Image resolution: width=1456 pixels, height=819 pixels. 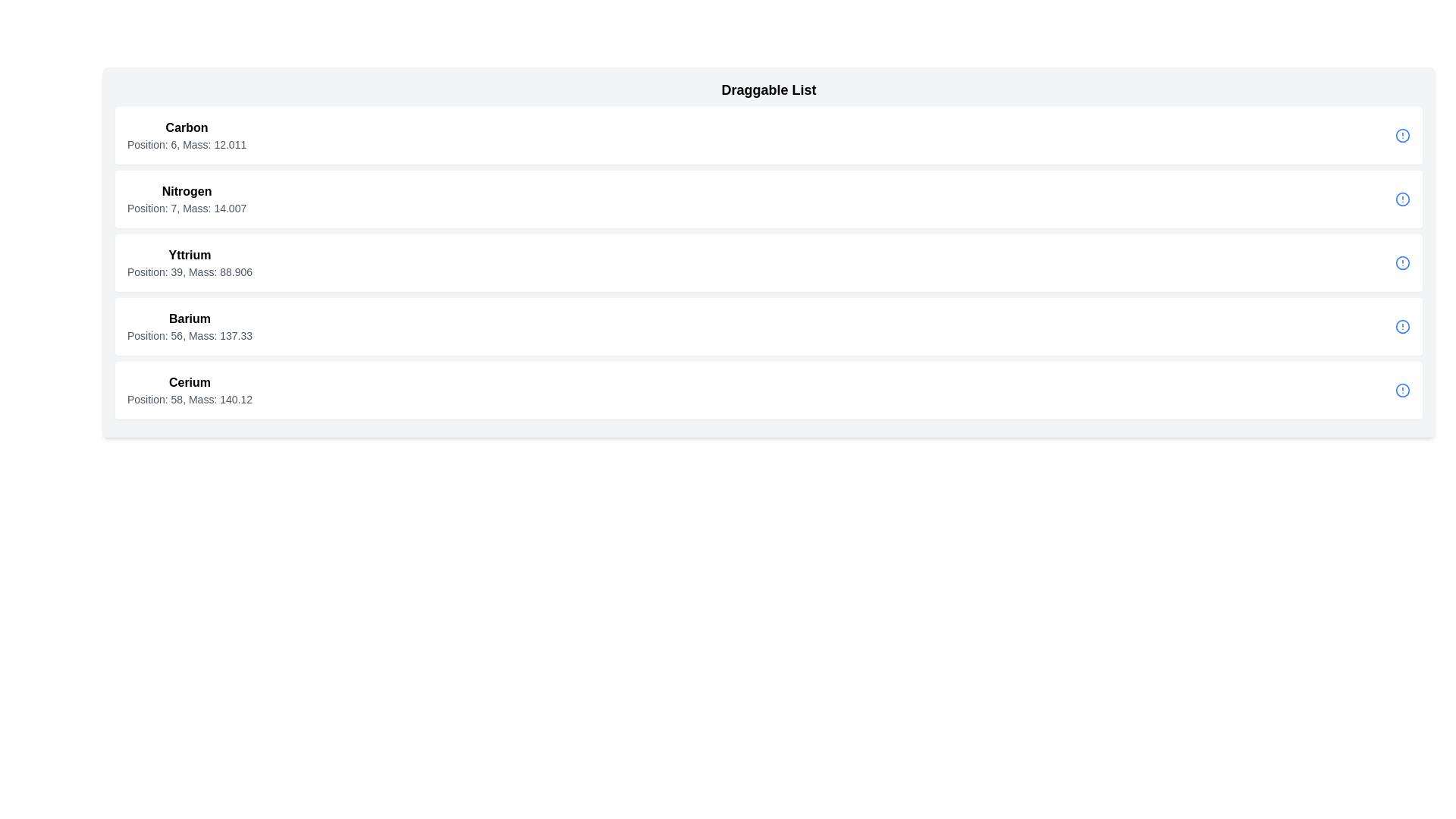 I want to click on text displayed for 'Cerium', which includes its position and mass, located in the fifth row of the list, so click(x=189, y=390).